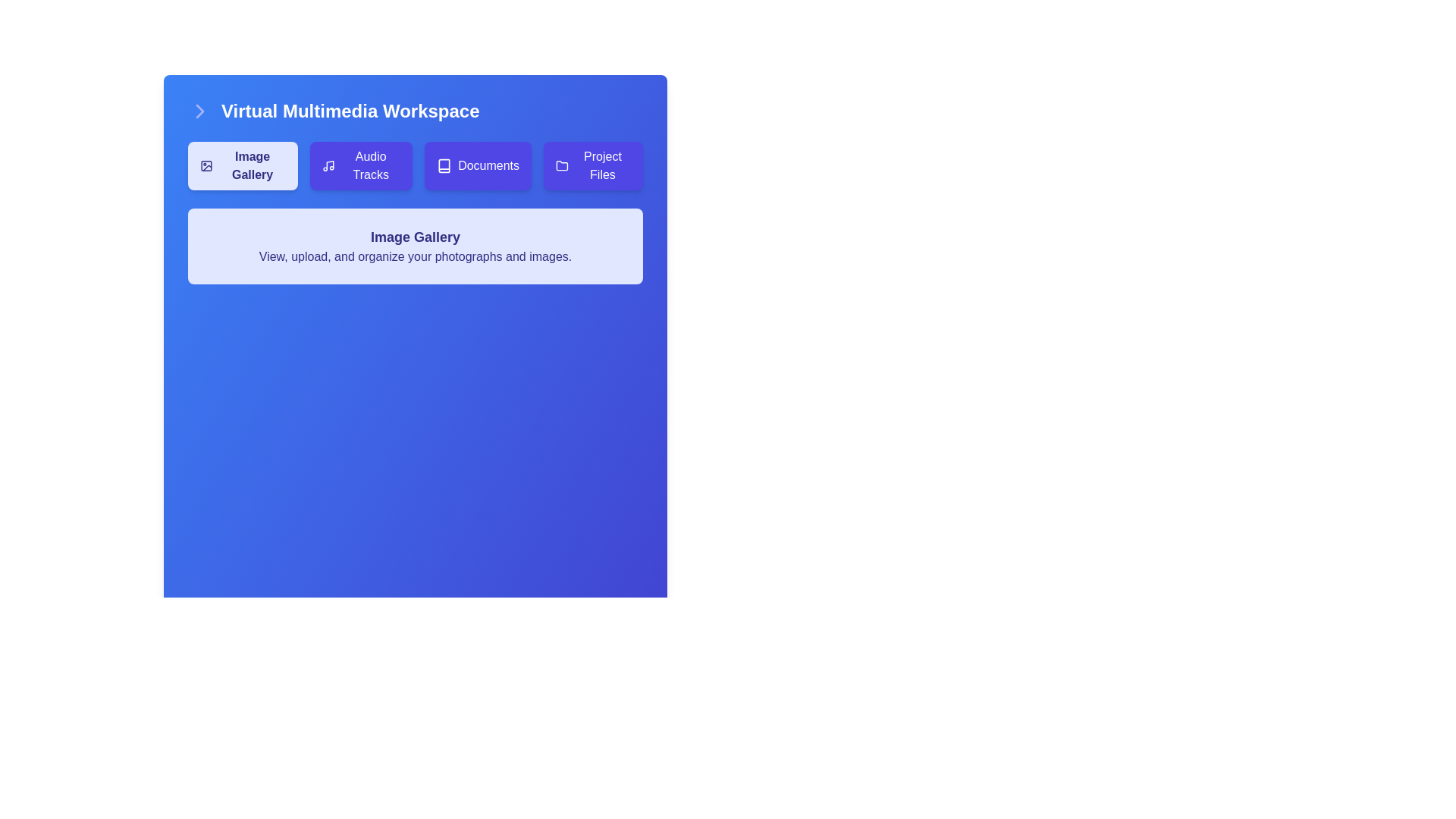  What do you see at coordinates (561, 165) in the screenshot?
I see `the simplified folder icon outline located in the top-right section of the interface` at bounding box center [561, 165].